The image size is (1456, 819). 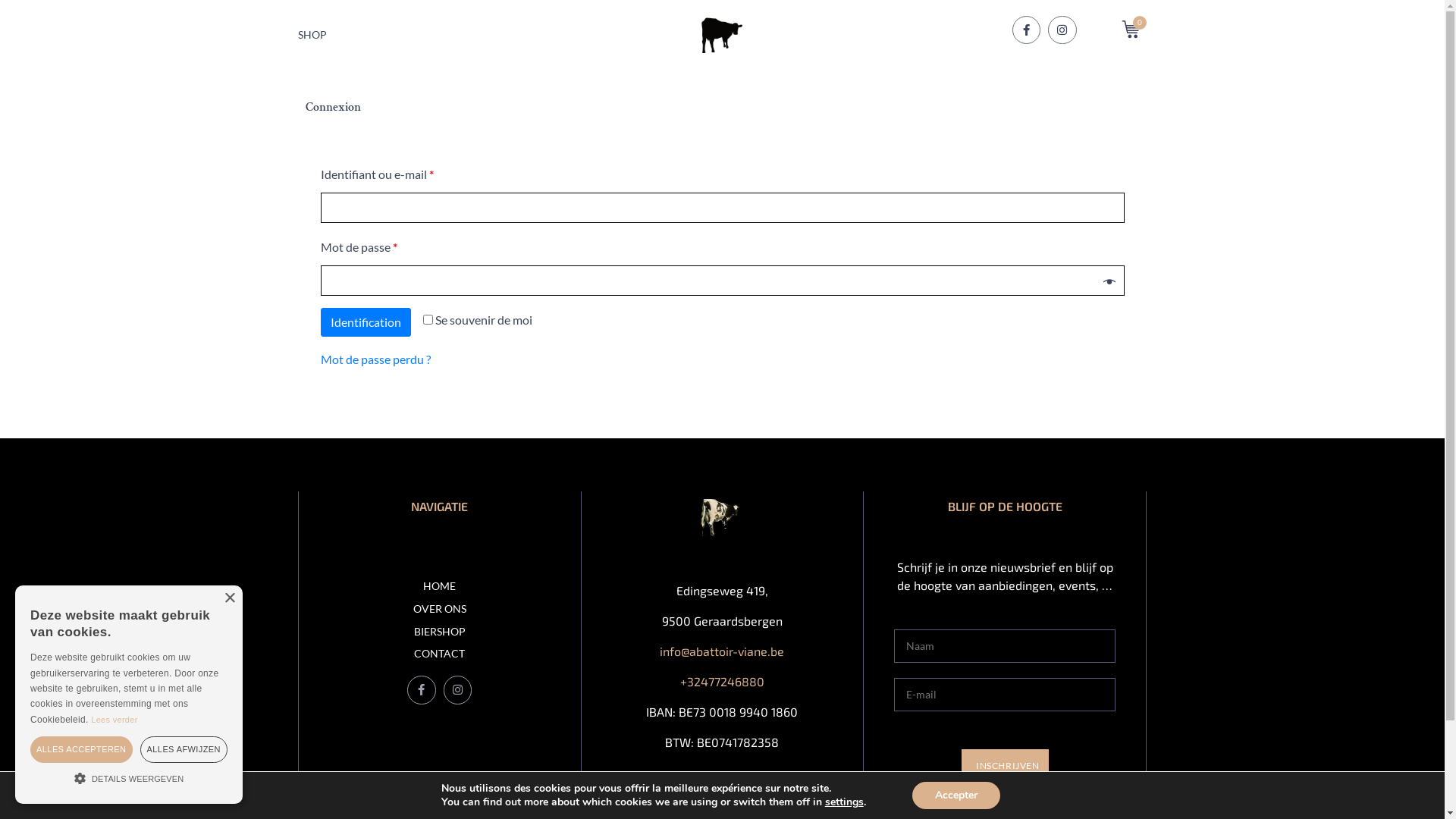 What do you see at coordinates (319, 359) in the screenshot?
I see `'Mot de passe perdu ?'` at bounding box center [319, 359].